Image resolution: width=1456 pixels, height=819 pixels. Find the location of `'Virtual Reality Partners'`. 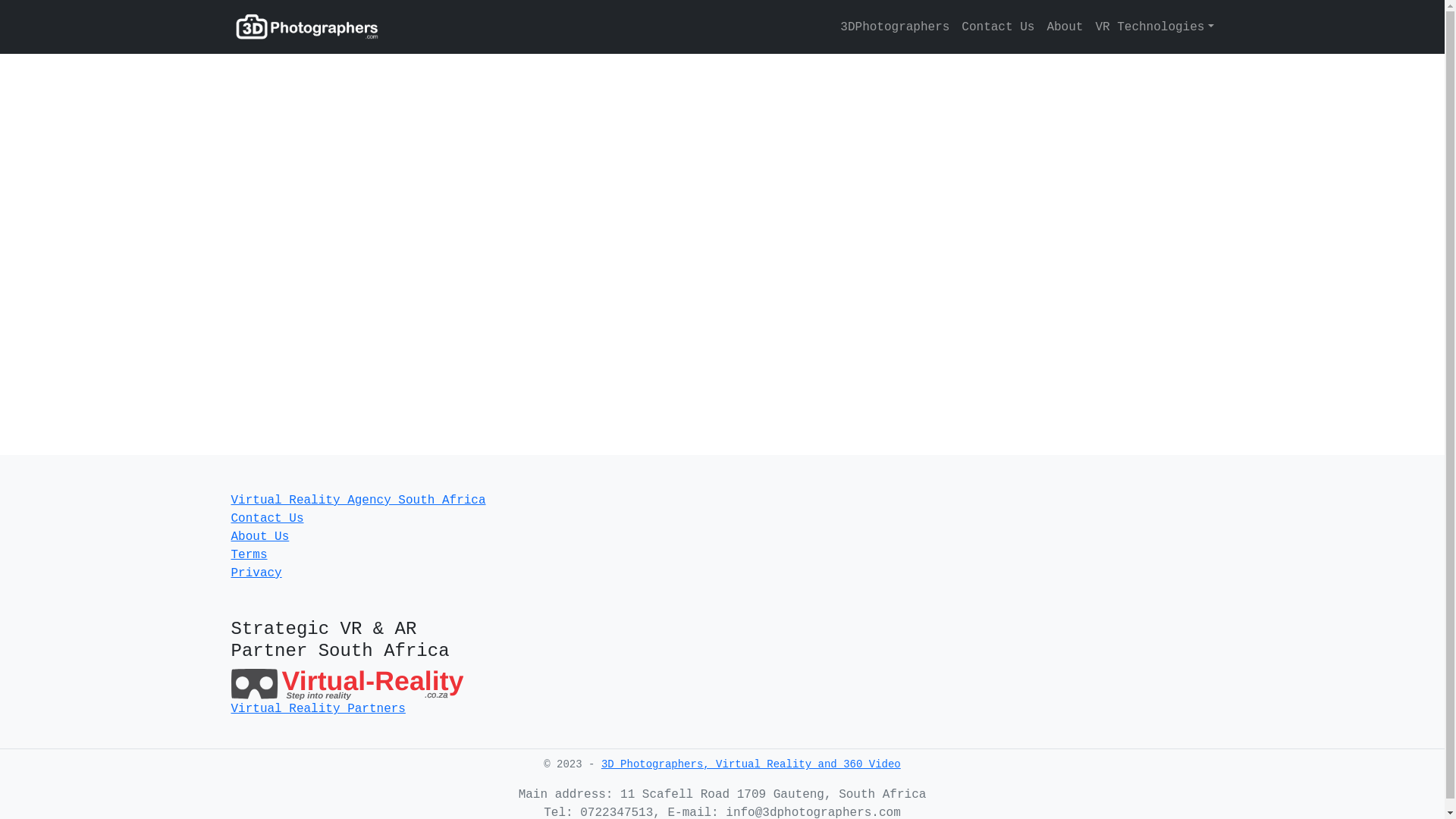

'Virtual Reality Partners' is located at coordinates (316, 708).